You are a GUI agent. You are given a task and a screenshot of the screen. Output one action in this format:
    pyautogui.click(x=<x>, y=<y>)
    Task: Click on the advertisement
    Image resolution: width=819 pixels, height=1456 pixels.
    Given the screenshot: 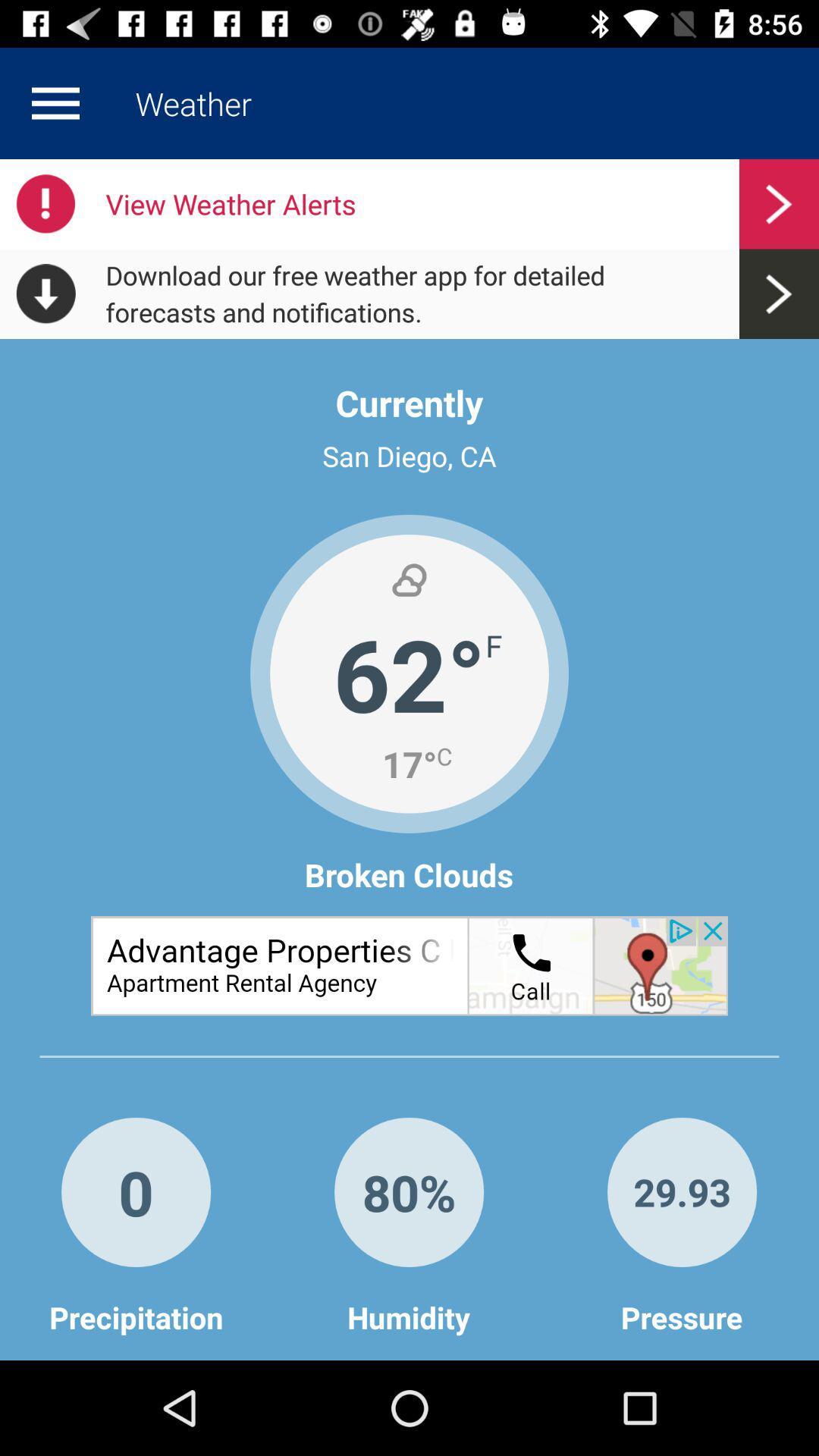 What is the action you would take?
    pyautogui.click(x=409, y=965)
    